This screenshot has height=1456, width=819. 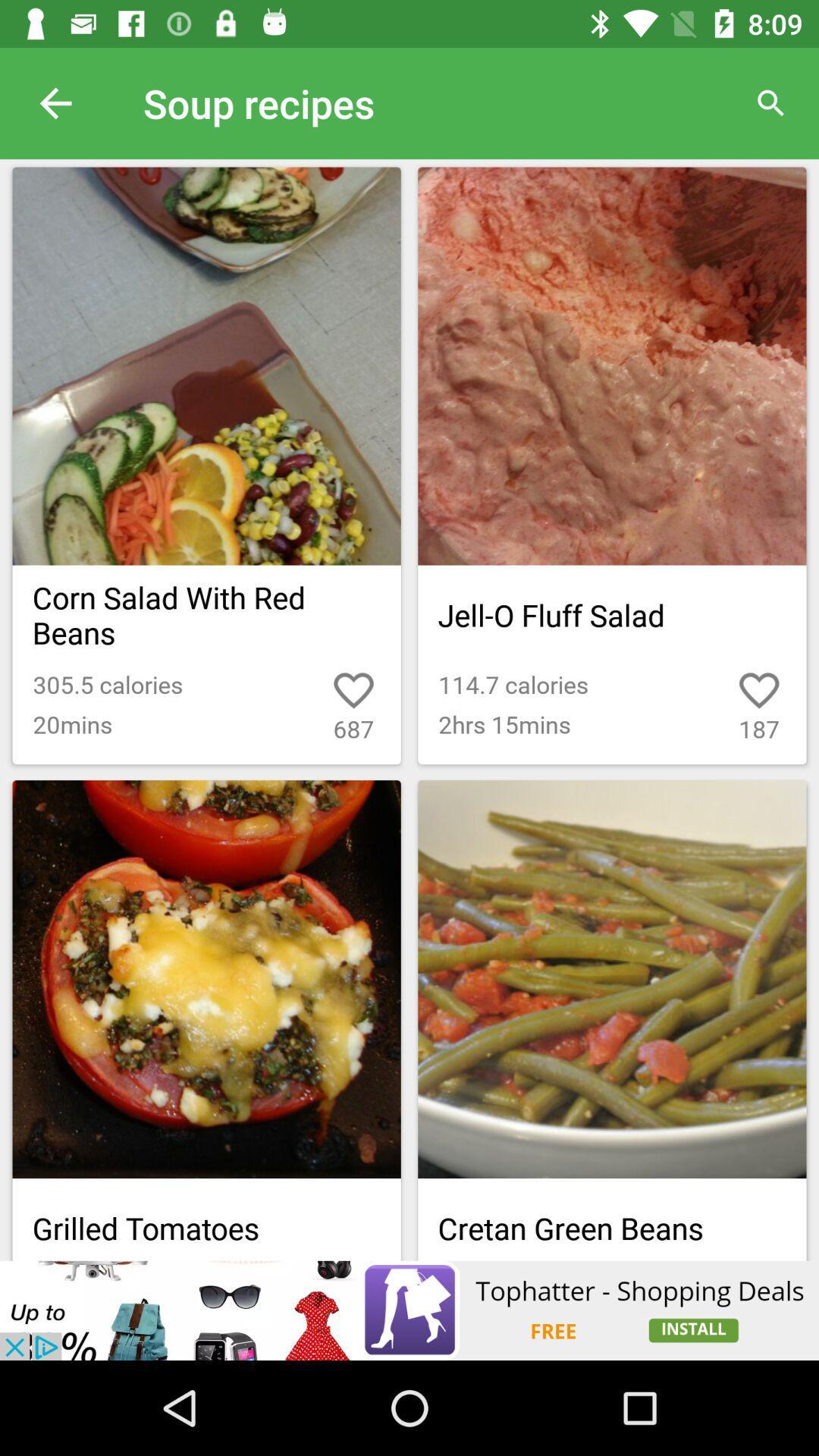 I want to click on the menu icon, so click(x=724, y=1166).